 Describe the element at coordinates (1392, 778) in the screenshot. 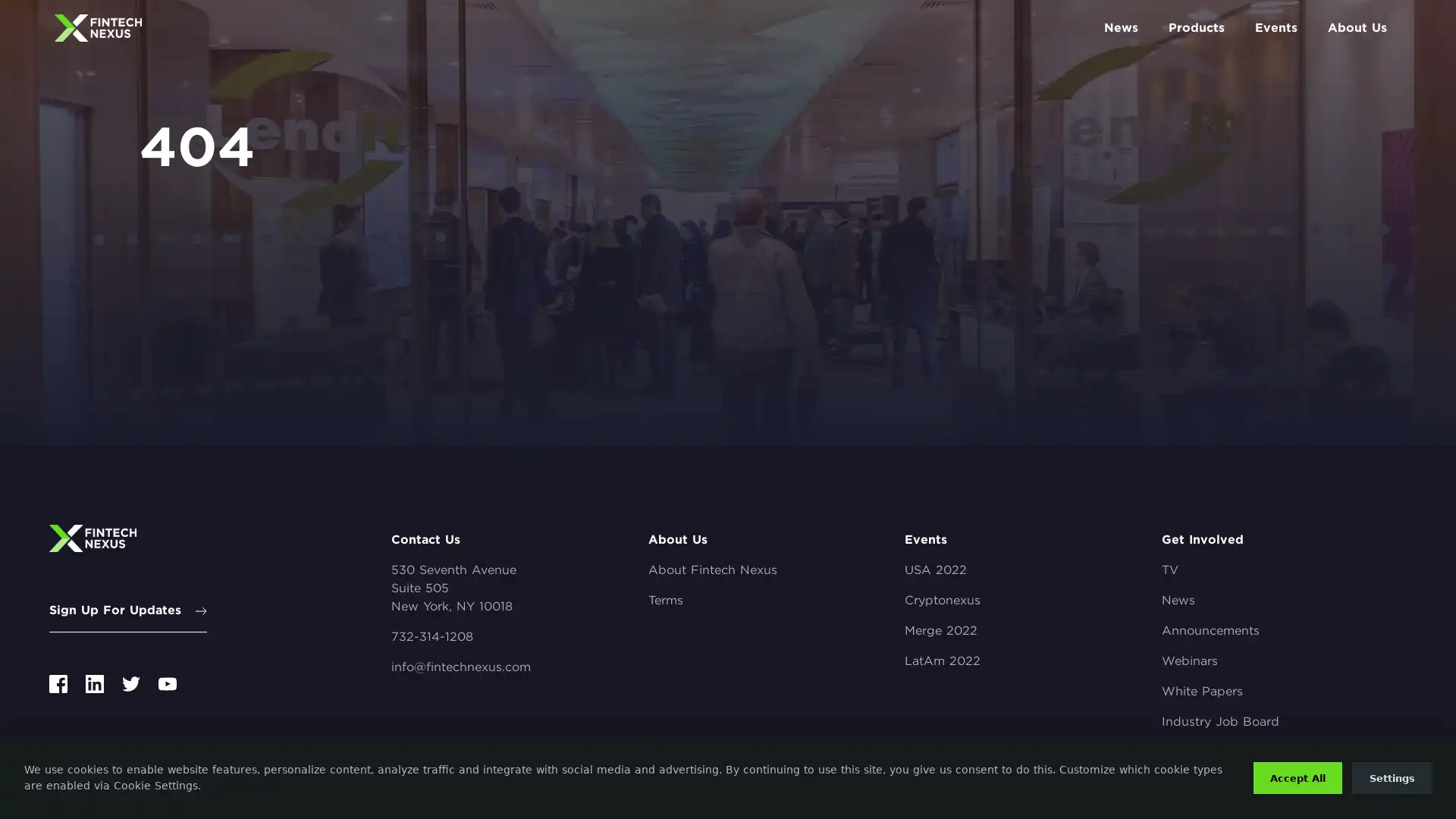

I see `Settings` at that location.